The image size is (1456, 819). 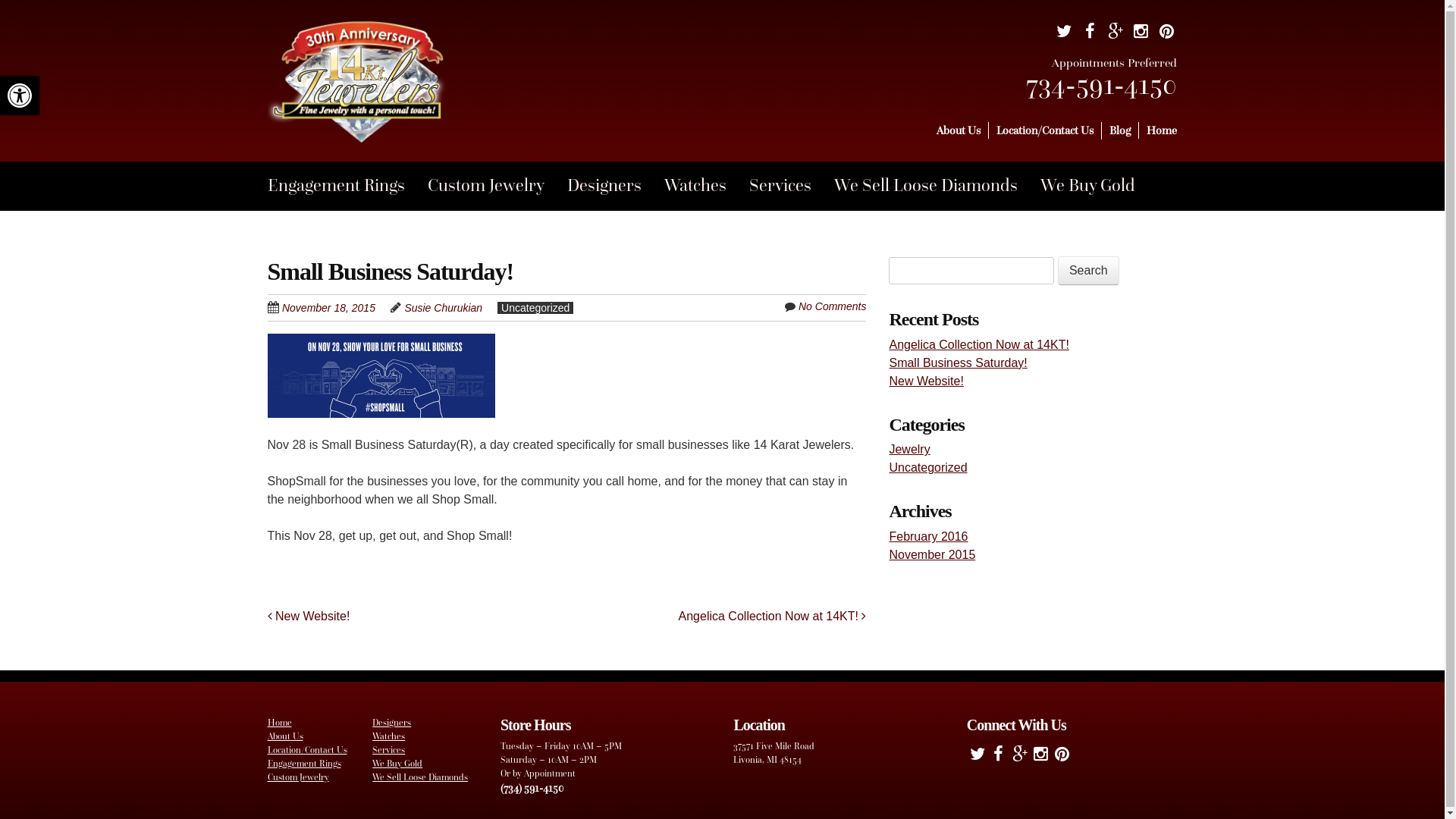 I want to click on 'Angelica Collection Now at 14KT!', so click(x=888, y=344).